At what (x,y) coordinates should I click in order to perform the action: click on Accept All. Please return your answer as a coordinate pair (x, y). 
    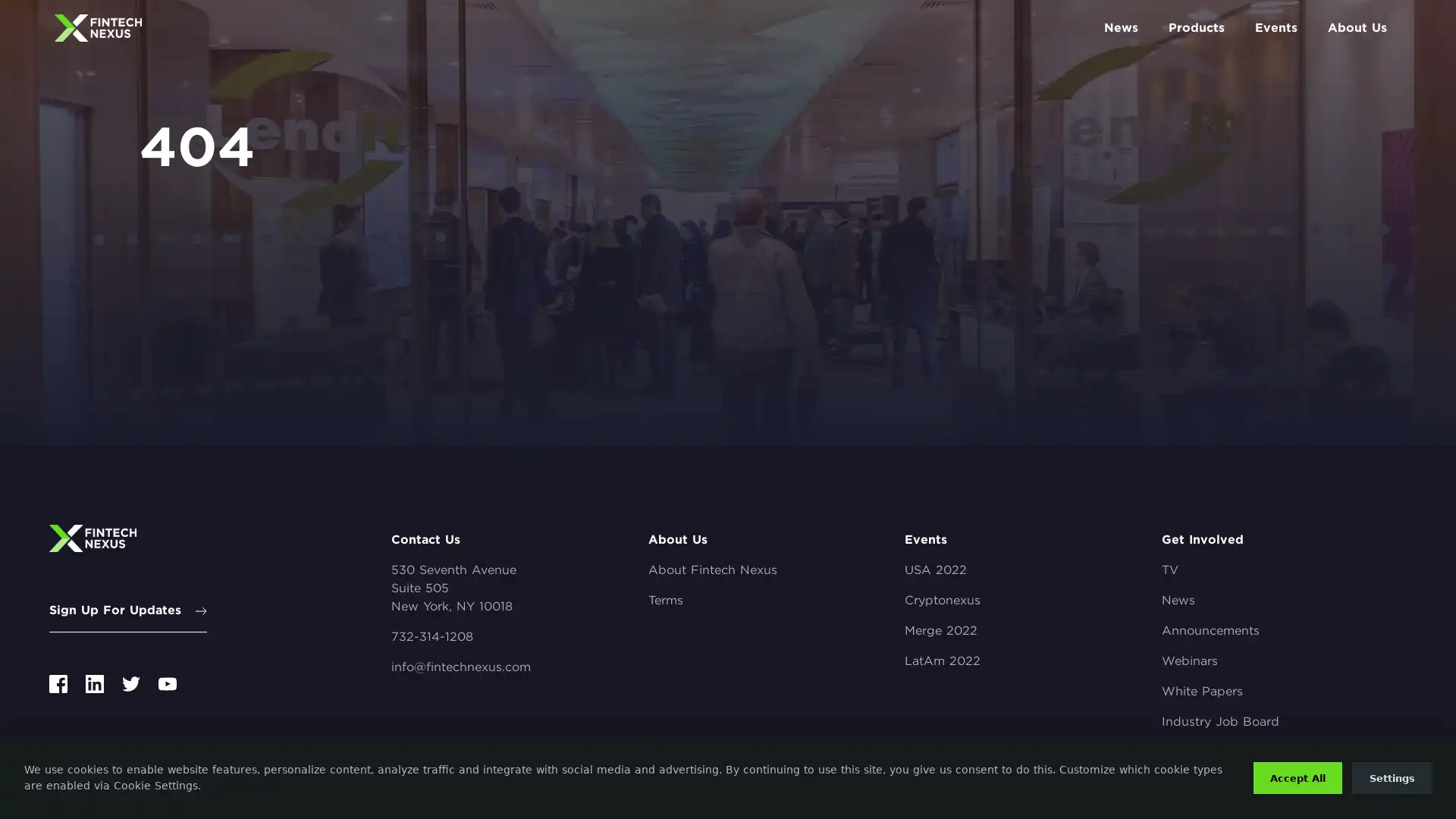
    Looking at the image, I should click on (1296, 778).